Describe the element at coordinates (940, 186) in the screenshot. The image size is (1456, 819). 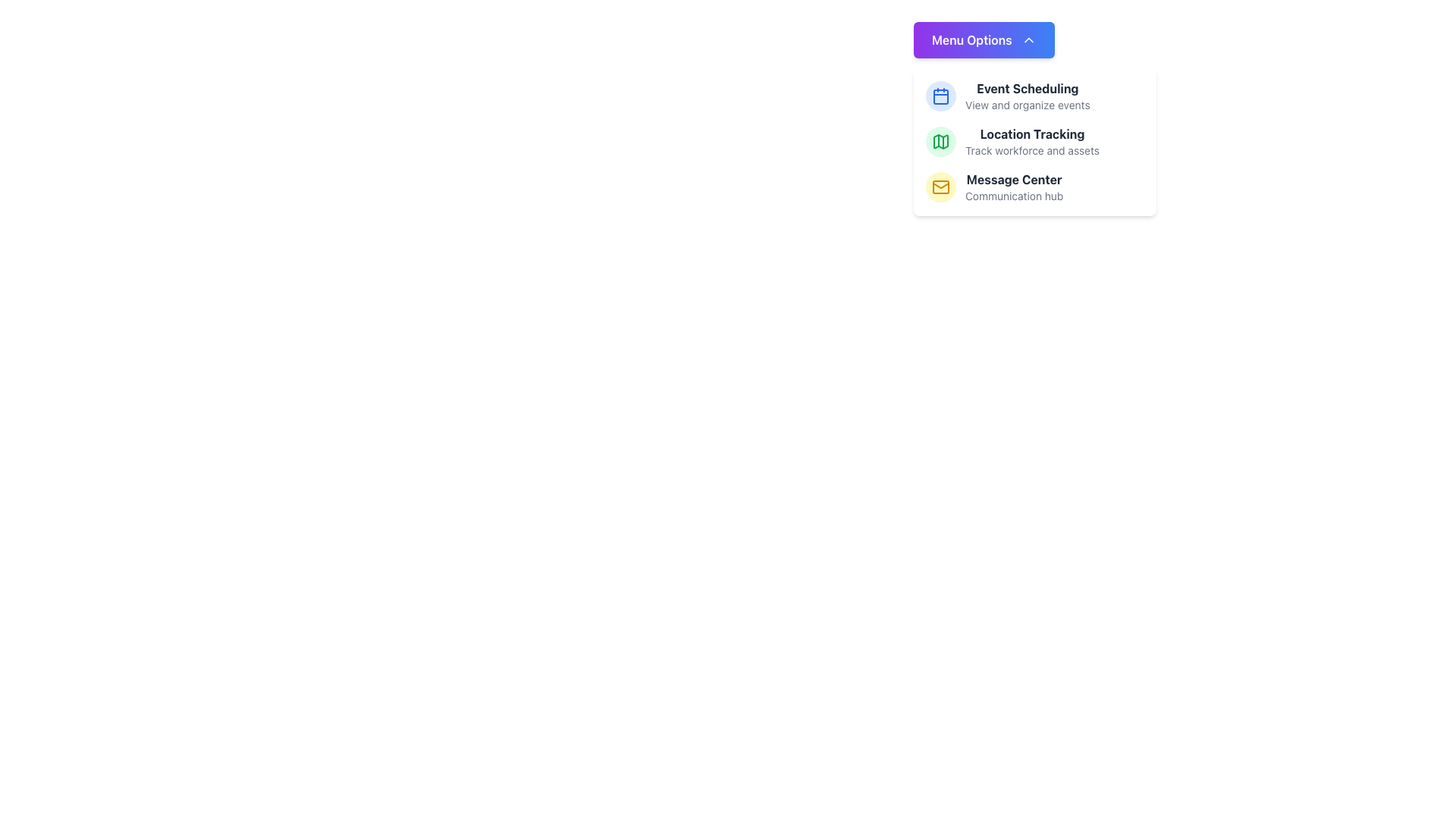
I see `the circular yellow icon with an envelope inside it located in the 'Message Center' section of the dropdown menu` at that location.